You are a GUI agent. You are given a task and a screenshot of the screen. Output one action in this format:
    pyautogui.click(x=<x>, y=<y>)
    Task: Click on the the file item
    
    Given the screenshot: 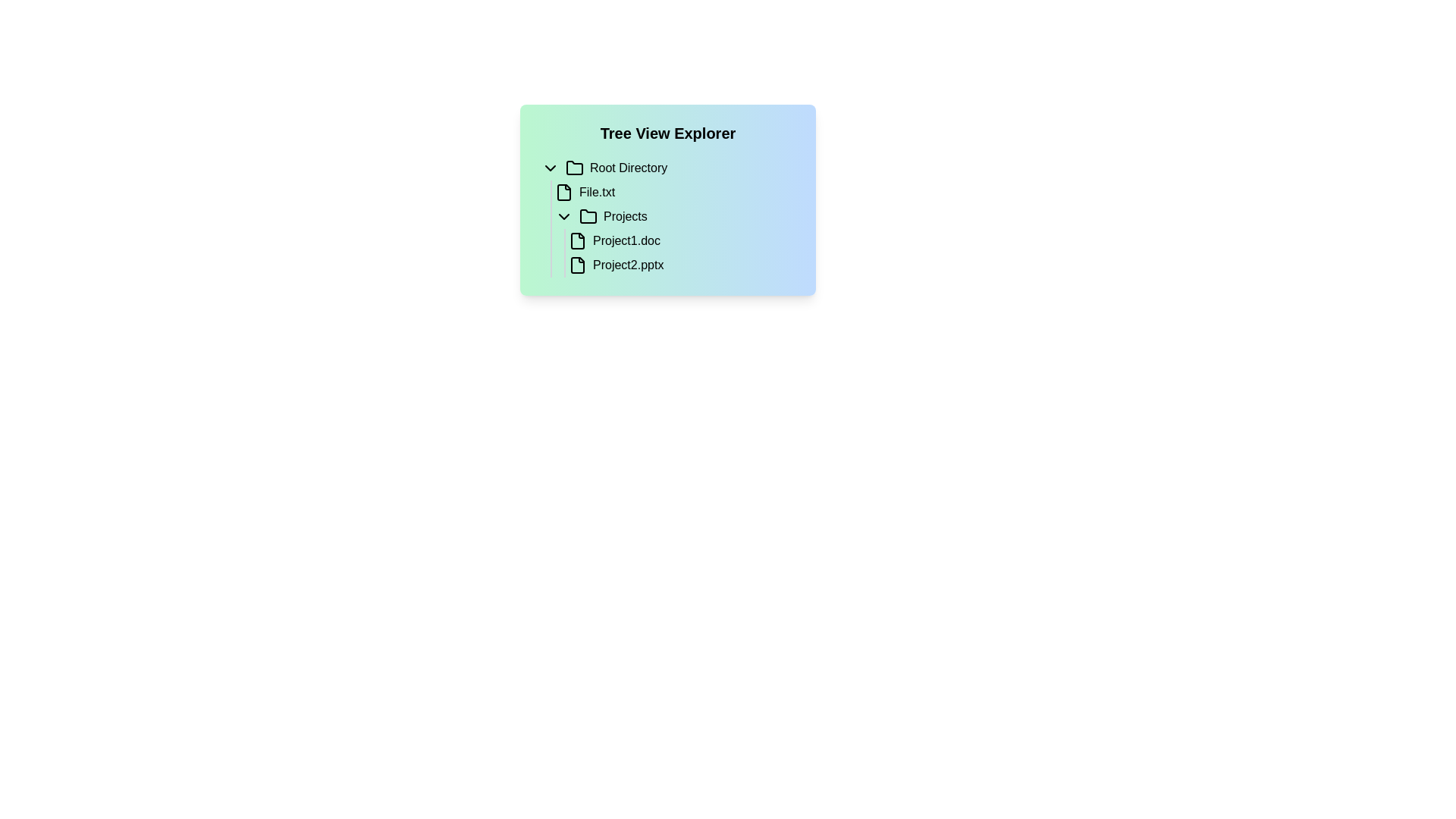 What is the action you would take?
    pyautogui.click(x=679, y=253)
    